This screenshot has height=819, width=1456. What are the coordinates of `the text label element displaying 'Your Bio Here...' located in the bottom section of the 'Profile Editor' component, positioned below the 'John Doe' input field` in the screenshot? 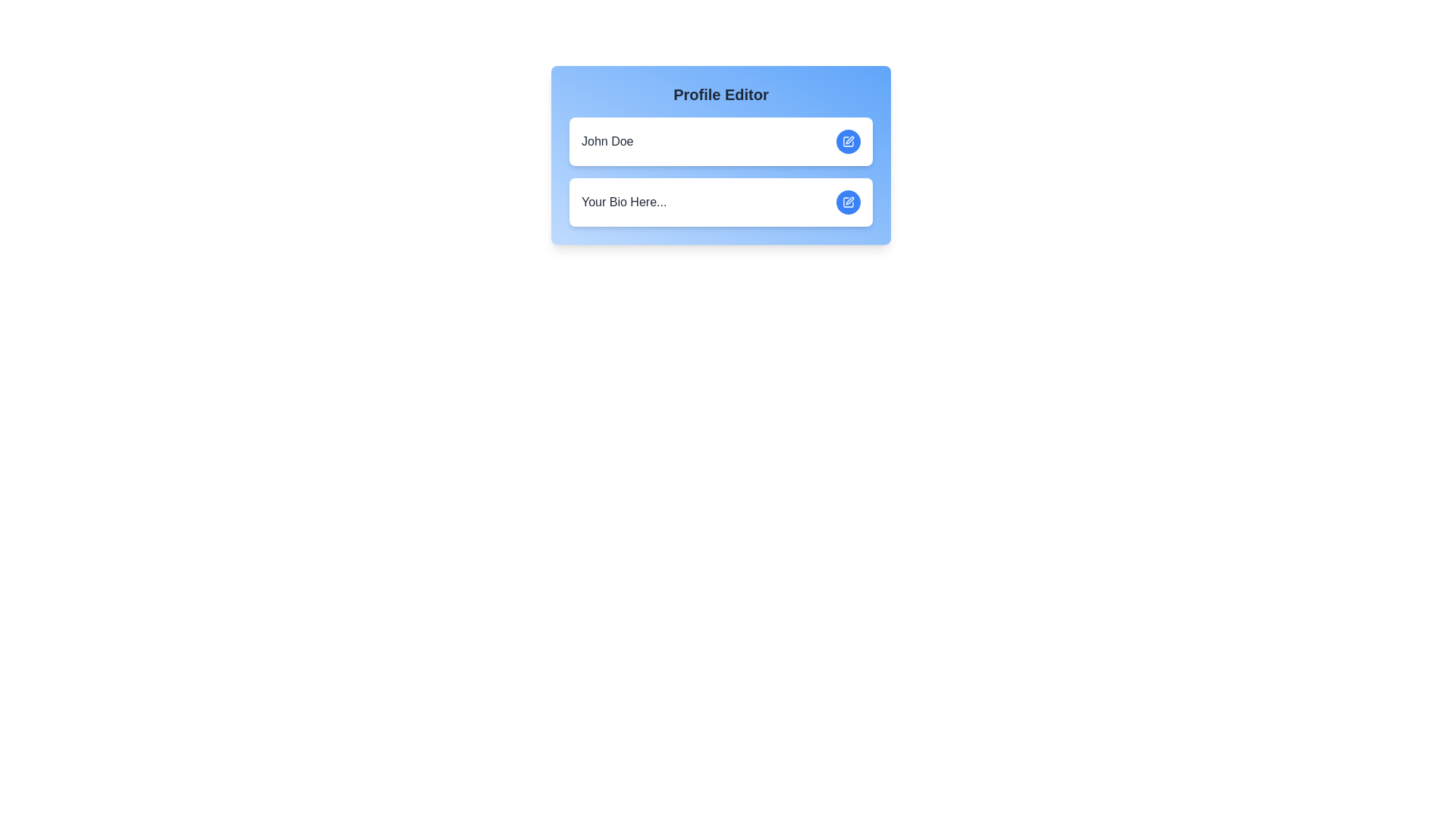 It's located at (624, 201).